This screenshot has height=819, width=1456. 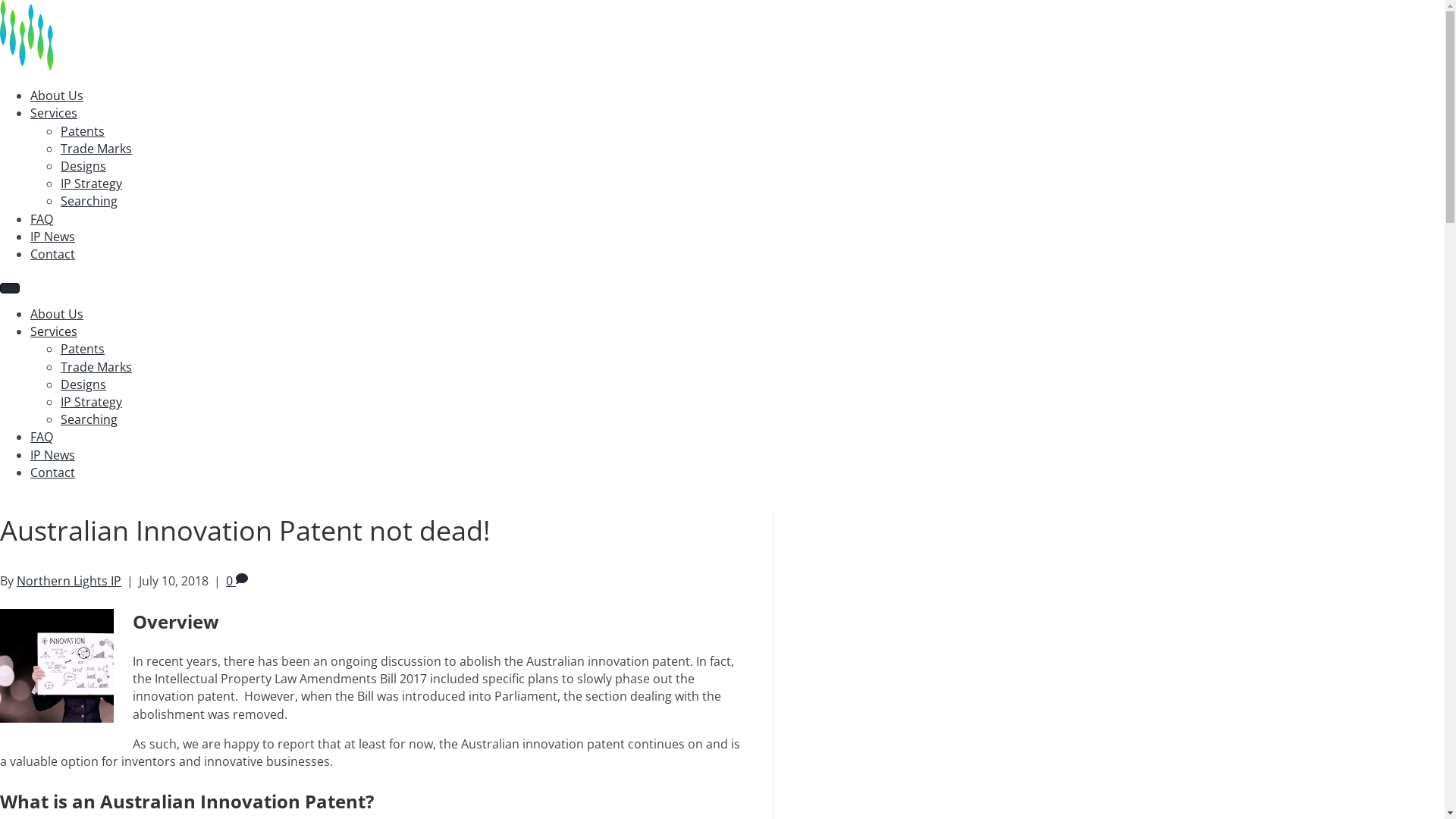 What do you see at coordinates (57, 96) in the screenshot?
I see `'About Us'` at bounding box center [57, 96].